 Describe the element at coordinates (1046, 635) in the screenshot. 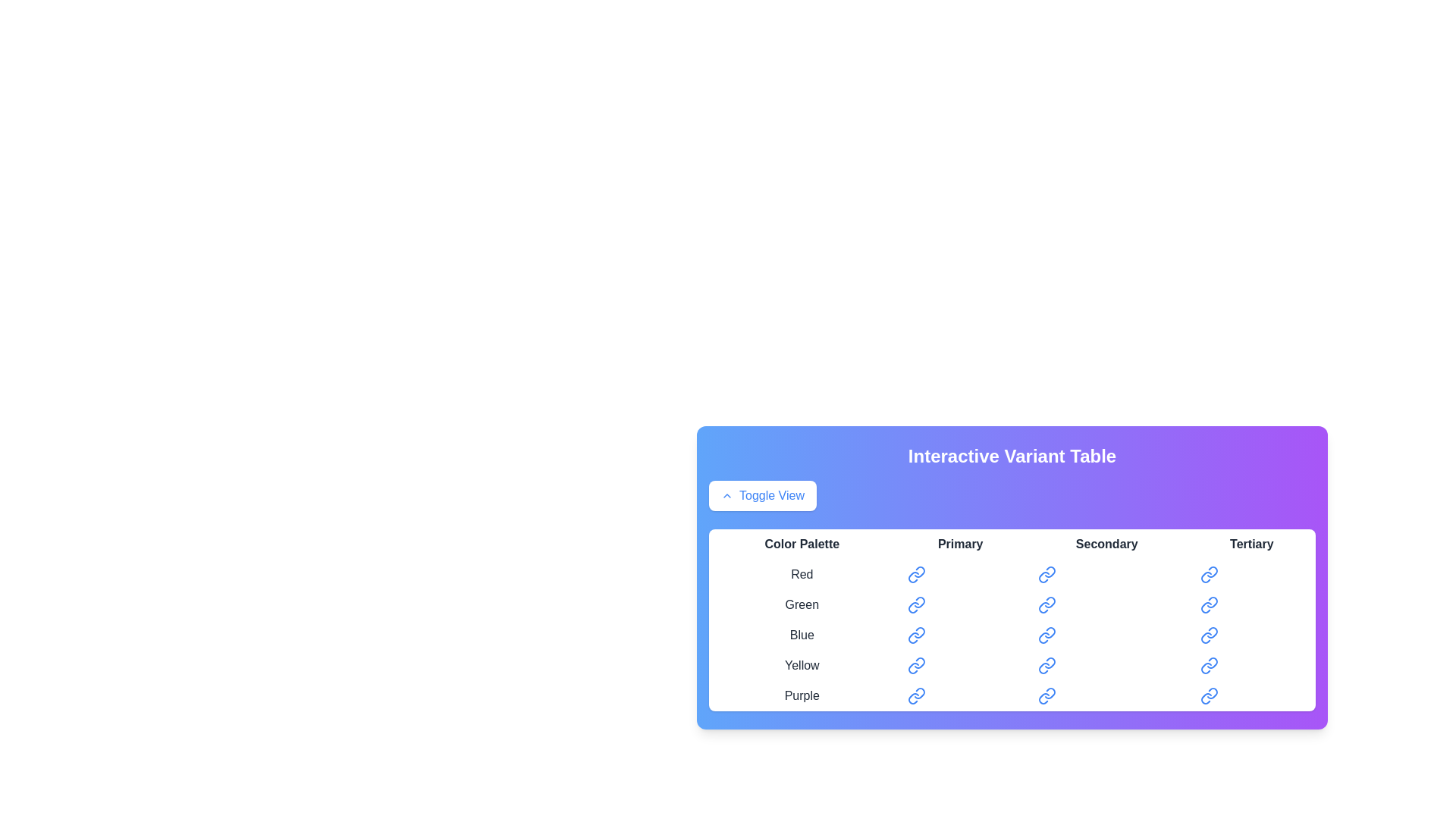

I see `the hyperlink icon located in the 'Secondary' column of the 'Blue' row` at that location.